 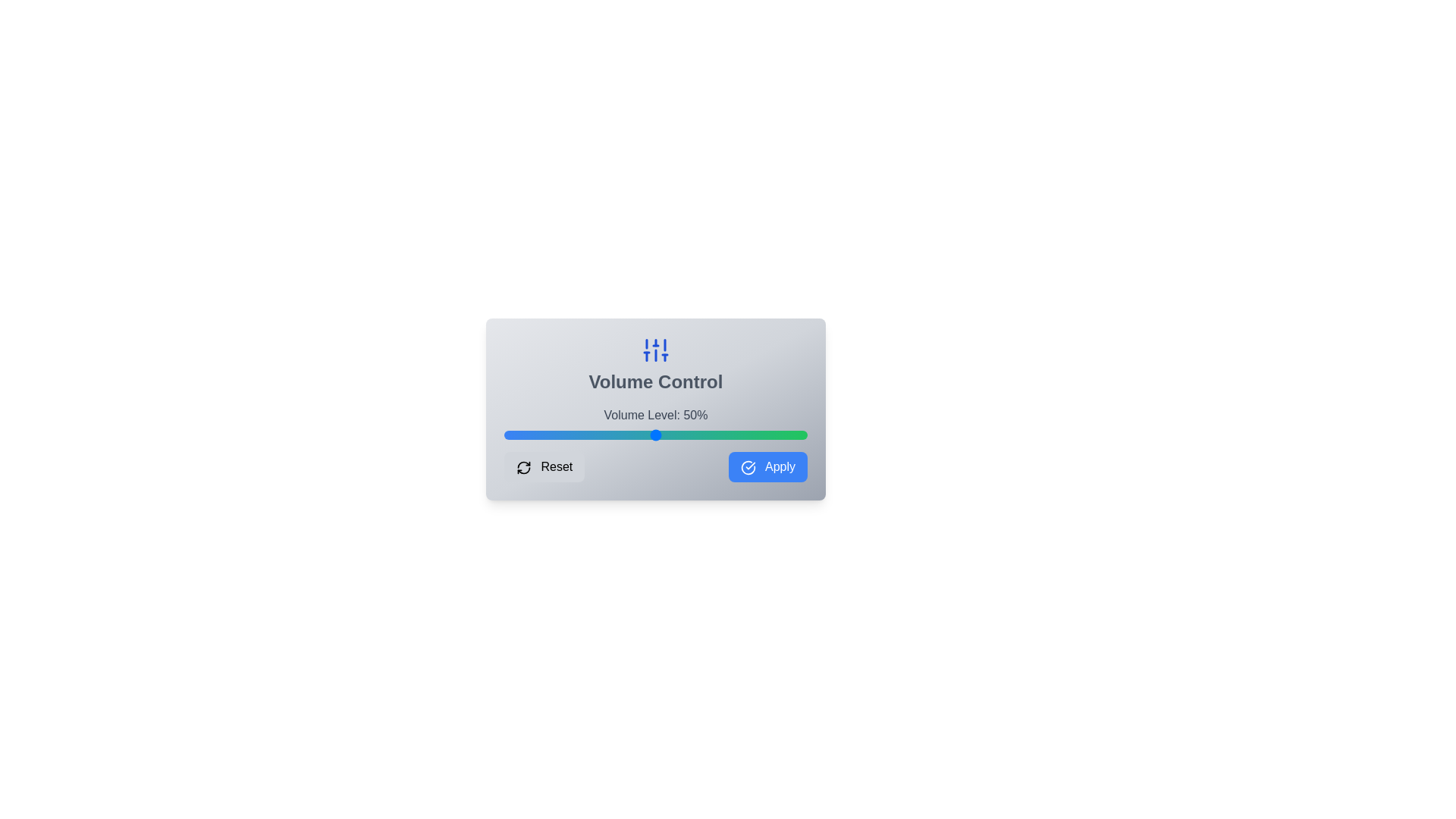 What do you see at coordinates (544, 466) in the screenshot?
I see `'Reset' button to reset the volume to 50%` at bounding box center [544, 466].